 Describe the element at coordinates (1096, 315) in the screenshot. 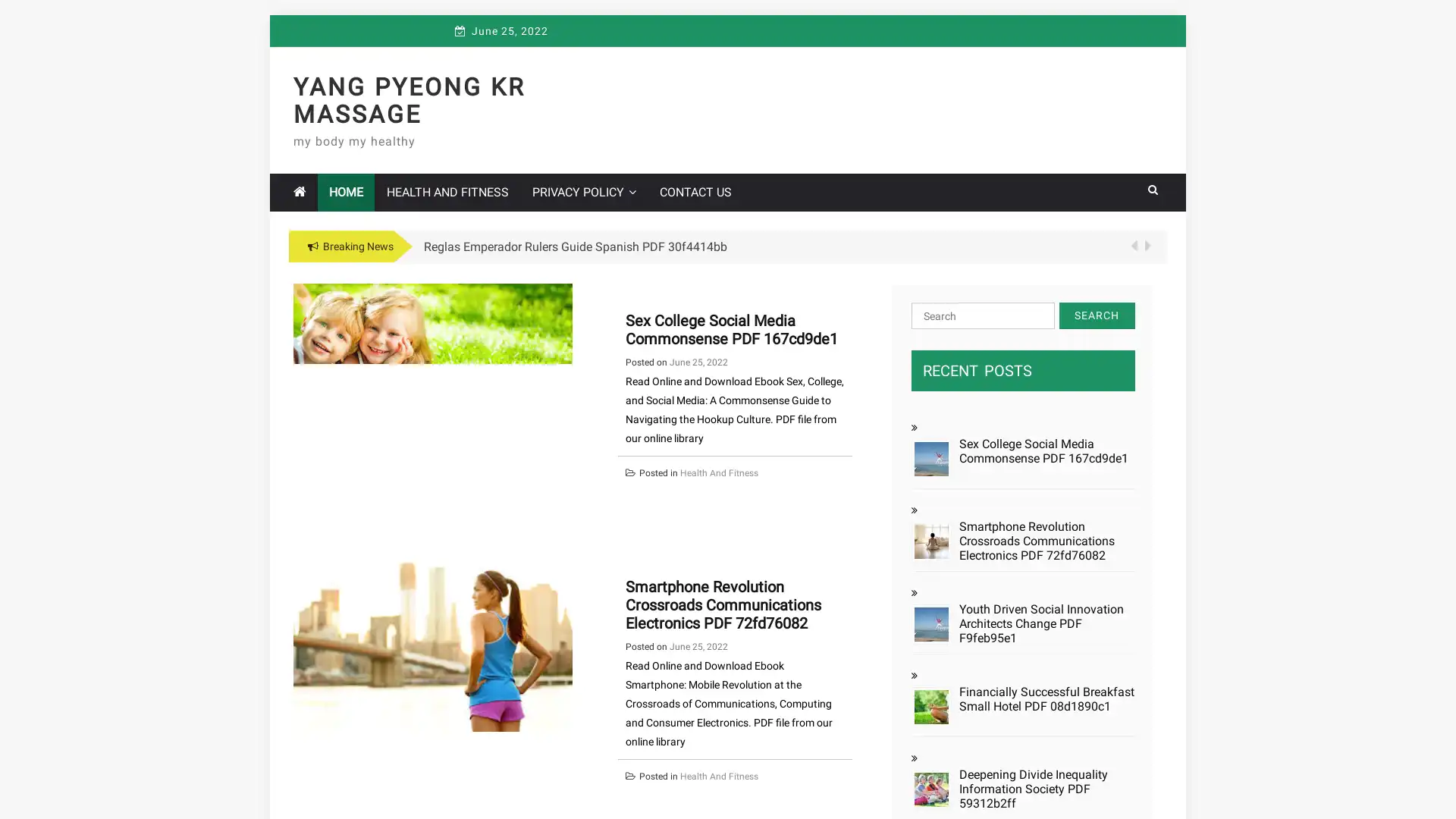

I see `Search` at that location.